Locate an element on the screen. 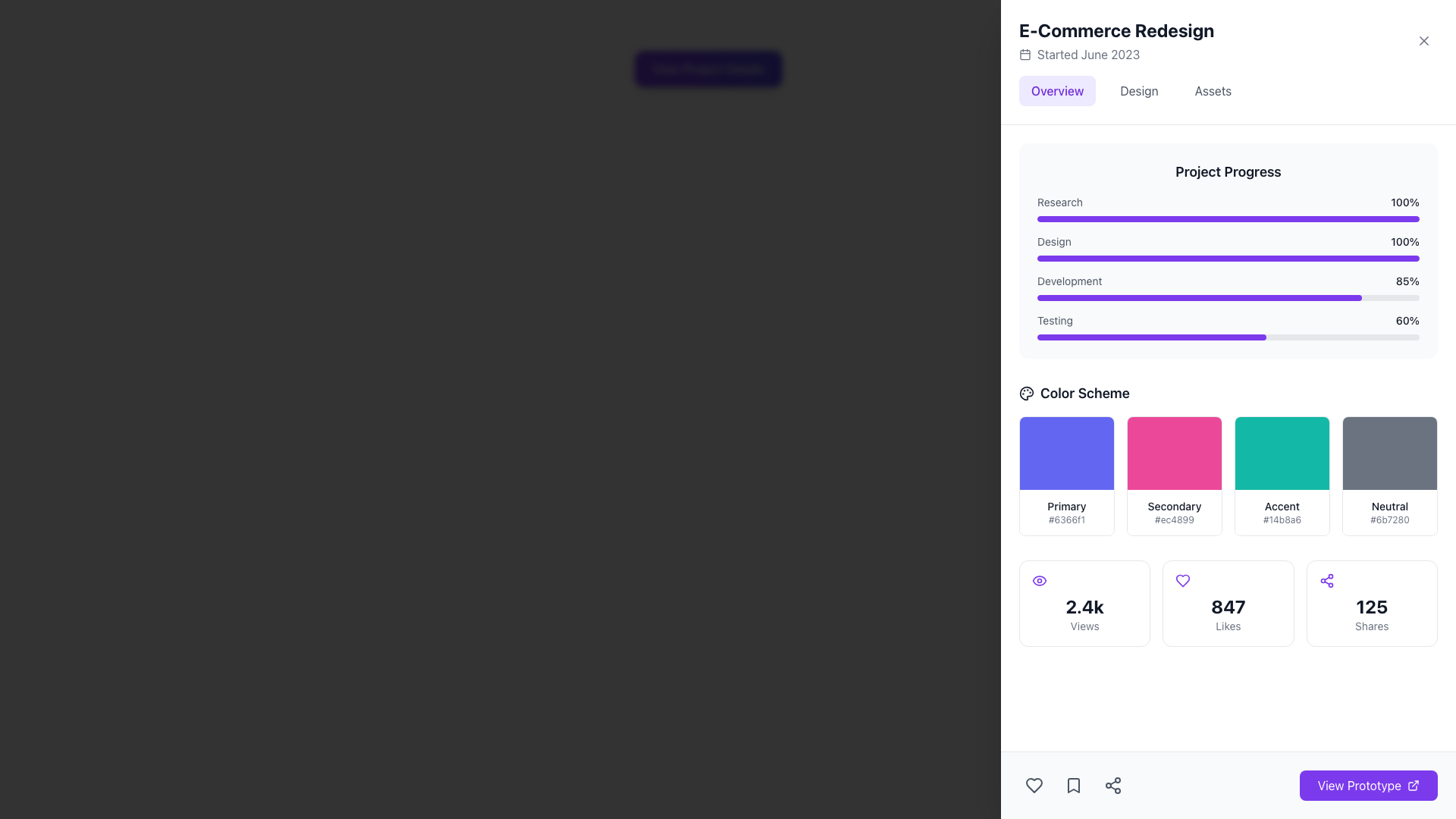 The width and height of the screenshot is (1456, 819). the text label displaying 'Primary' in a dark gray color, which is positioned above the color code '#6366f1' within the card labeled 'Primary#6366f1' is located at coordinates (1065, 506).